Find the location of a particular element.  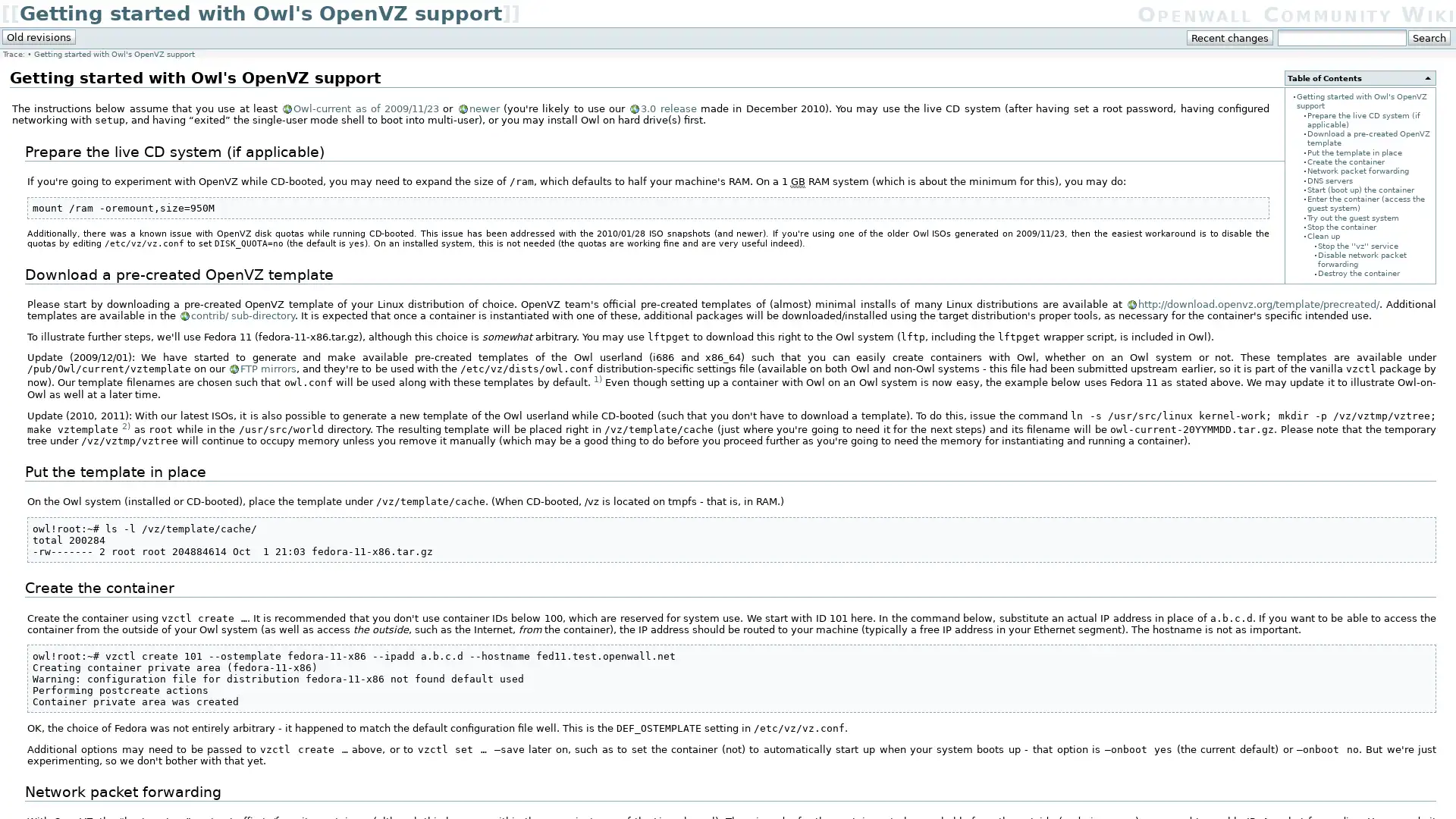

Search is located at coordinates (1428, 37).